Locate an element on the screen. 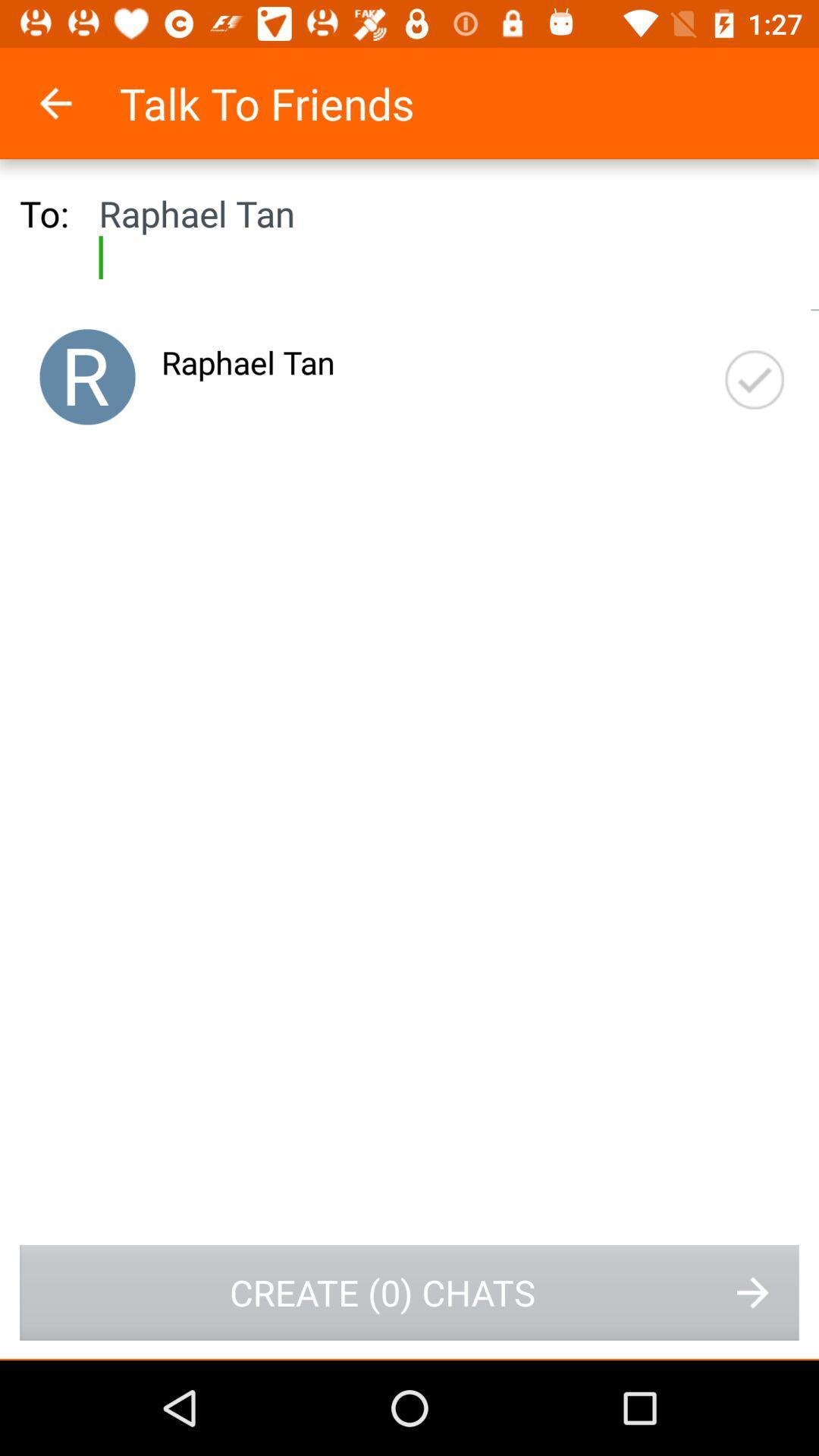 This screenshot has width=819, height=1456. icon next to talk to friends is located at coordinates (75, 102).